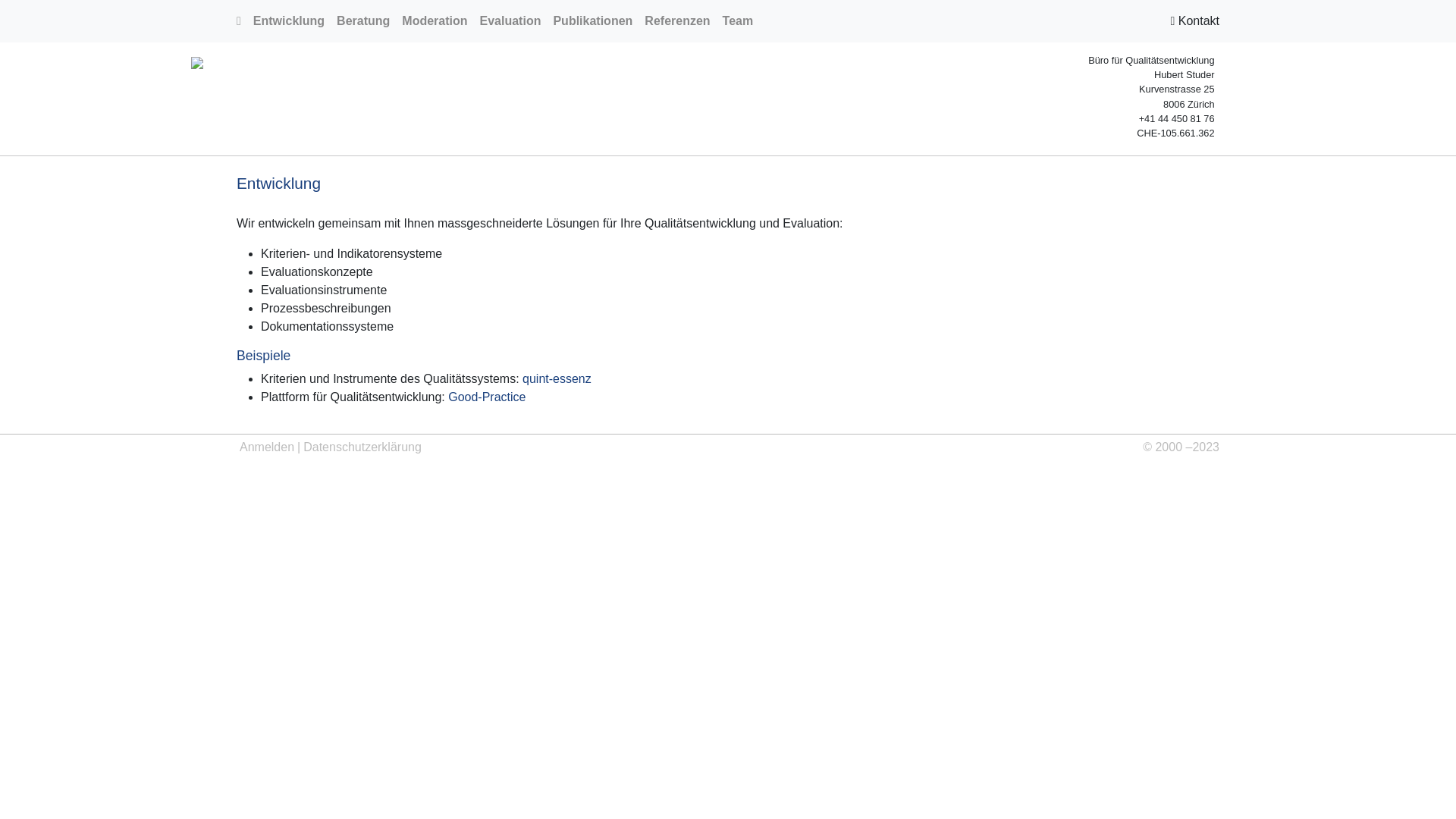  I want to click on 'Referenzen', so click(638, 20).